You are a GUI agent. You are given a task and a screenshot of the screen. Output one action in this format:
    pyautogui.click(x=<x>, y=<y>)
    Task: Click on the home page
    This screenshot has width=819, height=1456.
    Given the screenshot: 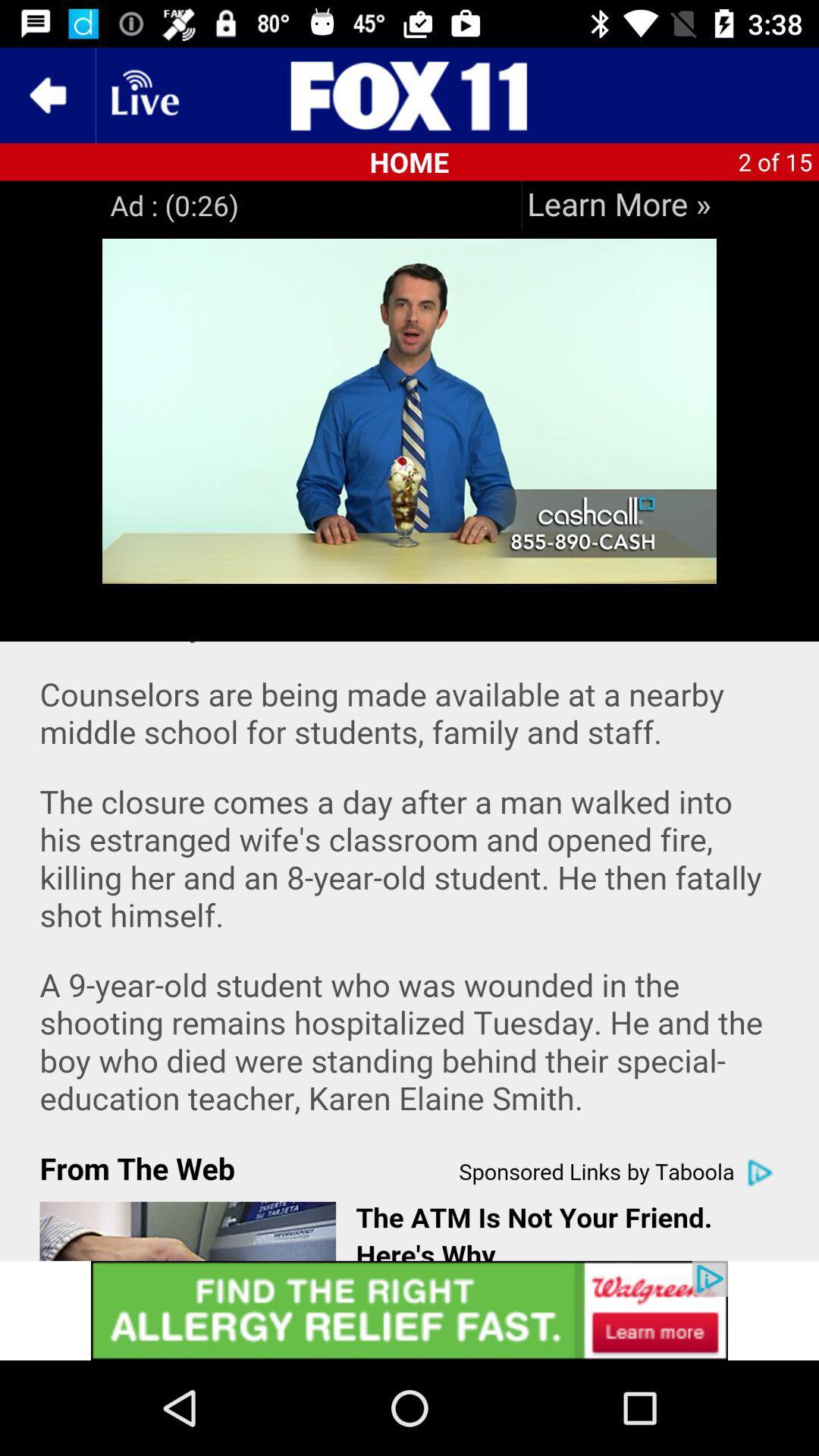 What is the action you would take?
    pyautogui.click(x=409, y=94)
    